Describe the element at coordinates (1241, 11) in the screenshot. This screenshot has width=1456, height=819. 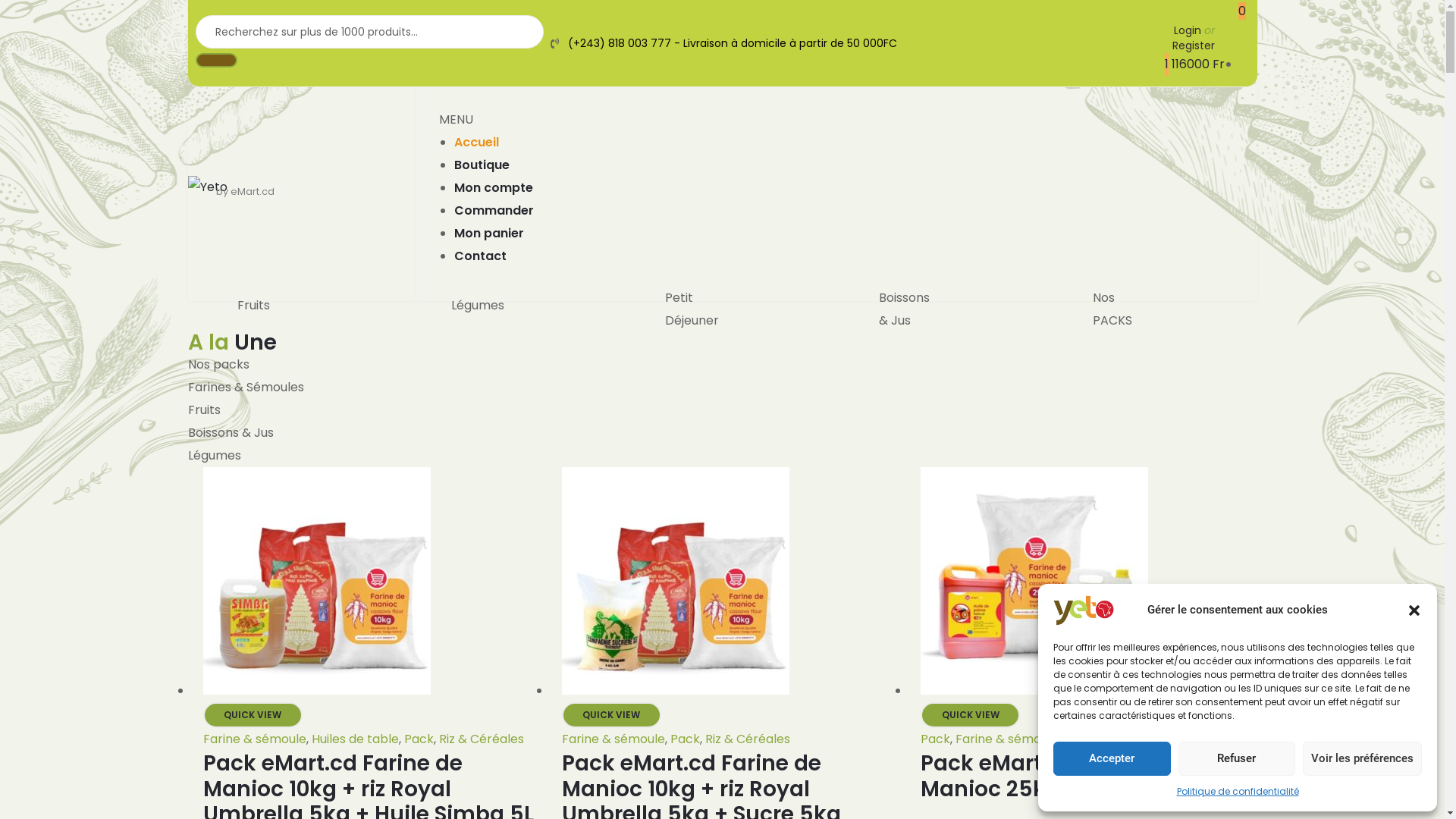
I see `'0'` at that location.